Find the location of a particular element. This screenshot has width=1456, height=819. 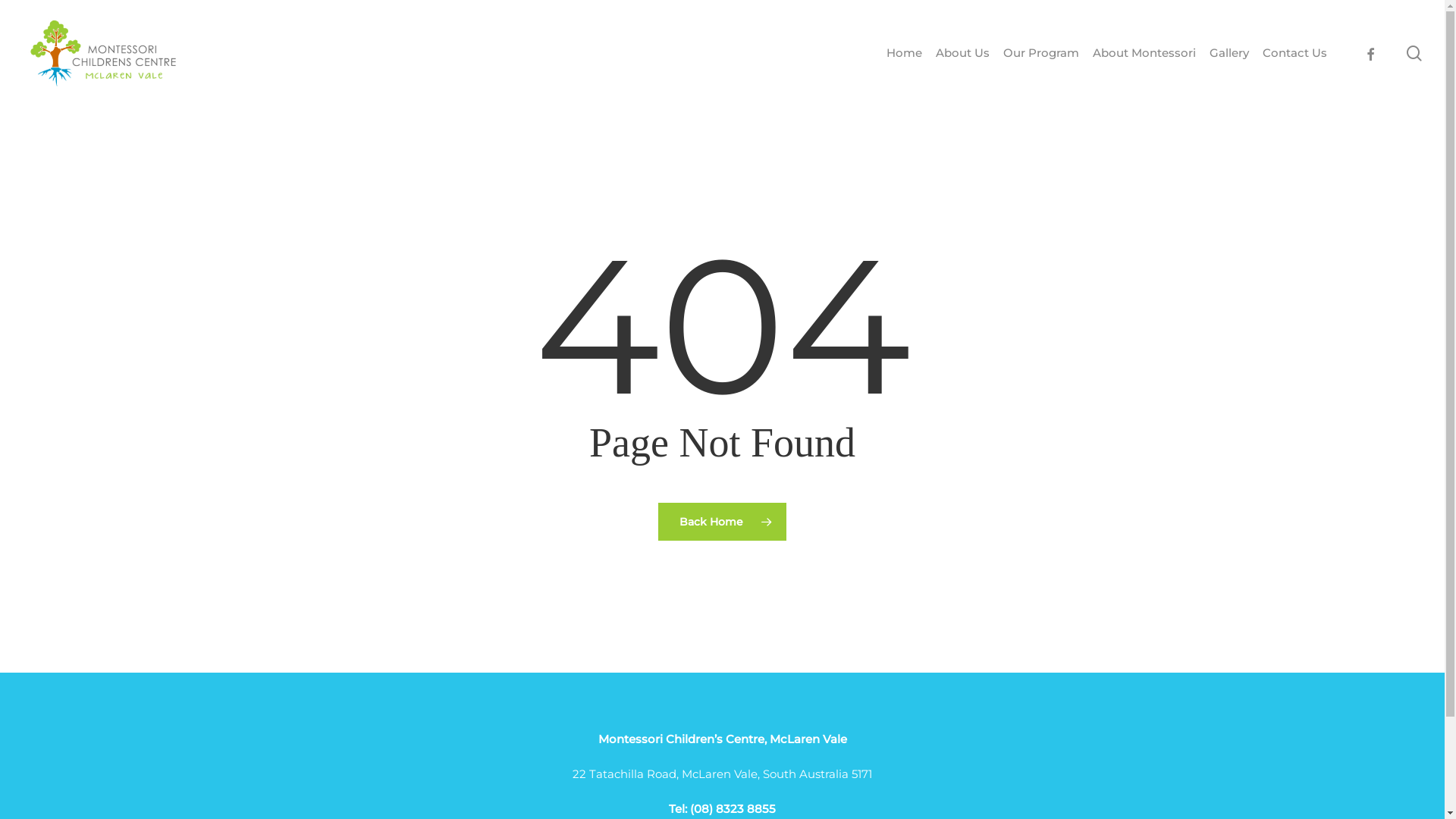

'Home' is located at coordinates (904, 52).